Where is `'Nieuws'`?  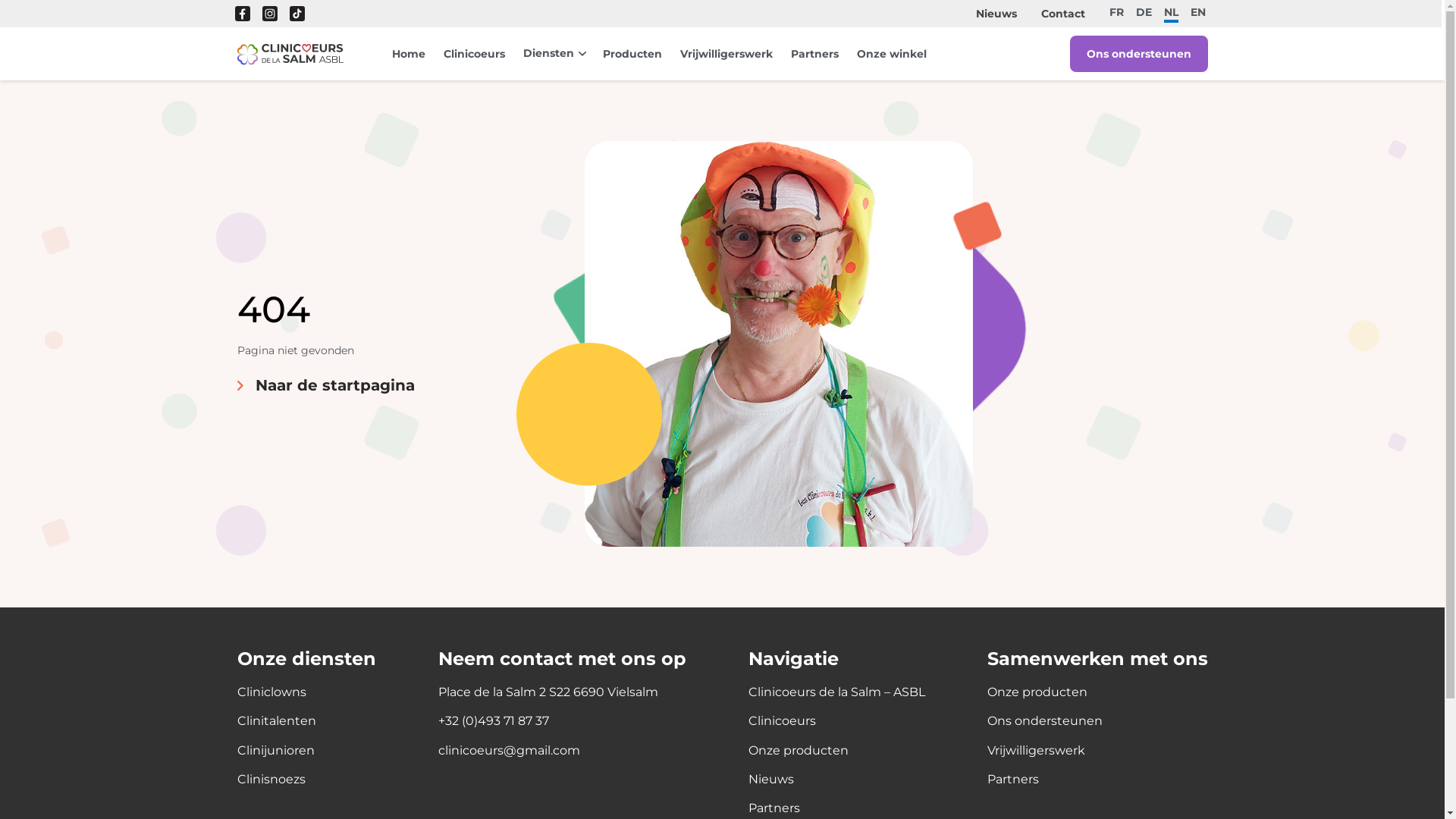
'Nieuws' is located at coordinates (996, 14).